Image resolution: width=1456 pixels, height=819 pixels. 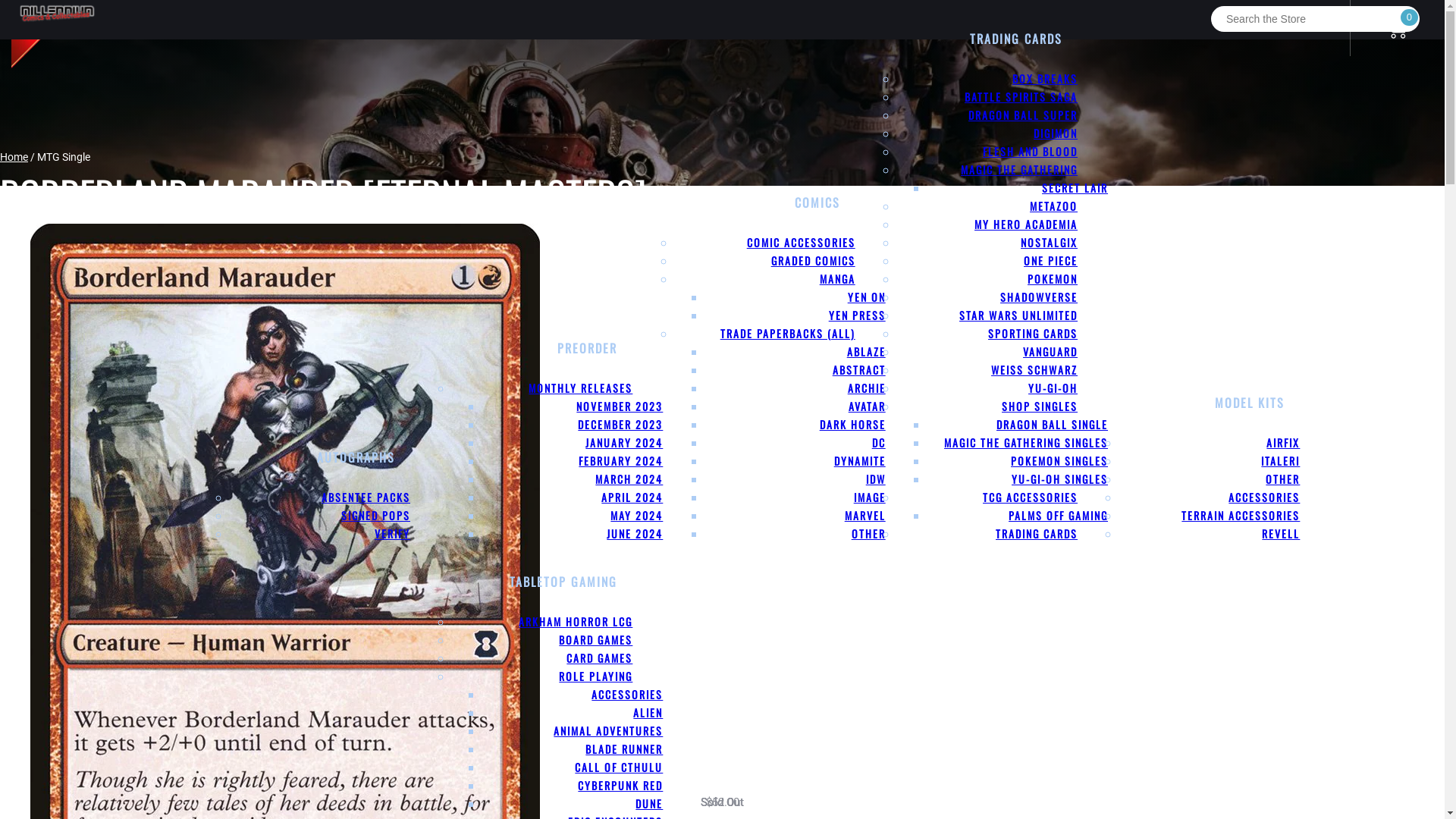 I want to click on 'ABSTRACT', so click(x=858, y=369).